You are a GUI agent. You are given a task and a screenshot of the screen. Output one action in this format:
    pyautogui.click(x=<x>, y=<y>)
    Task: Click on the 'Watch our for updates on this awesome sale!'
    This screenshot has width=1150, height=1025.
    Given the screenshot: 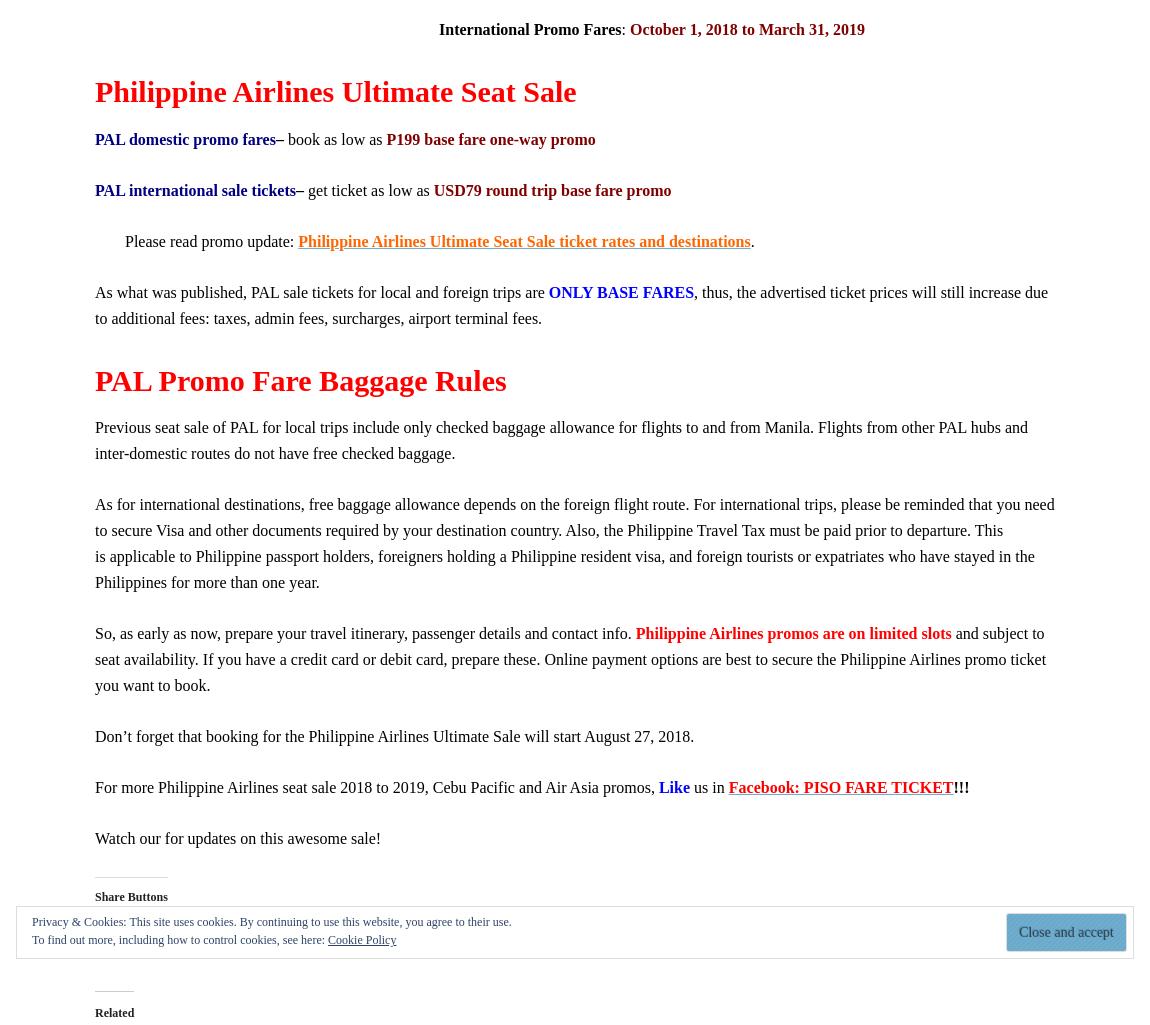 What is the action you would take?
    pyautogui.click(x=93, y=837)
    